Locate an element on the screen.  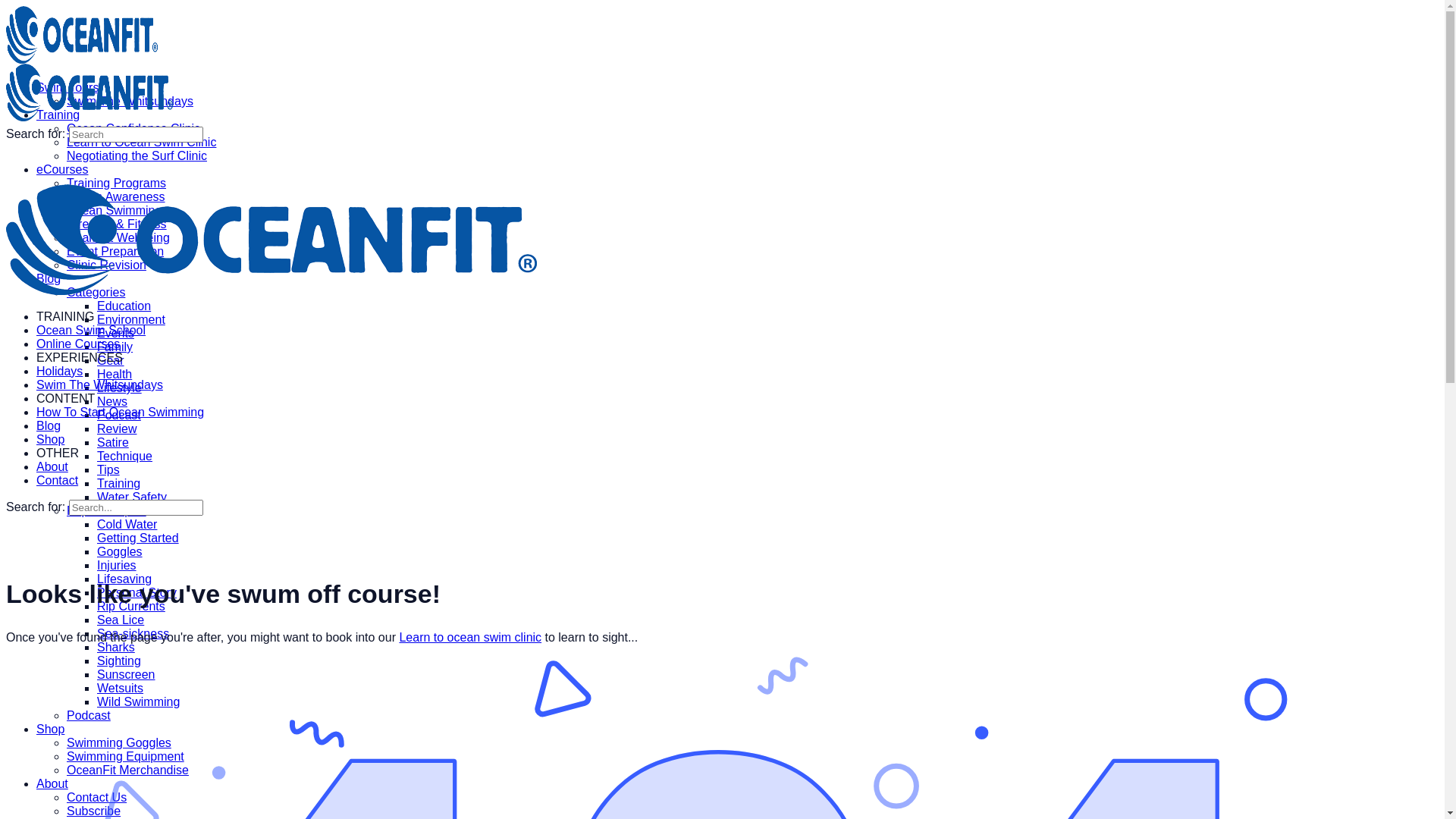
'Swim The Whitsundays' is located at coordinates (99, 384).